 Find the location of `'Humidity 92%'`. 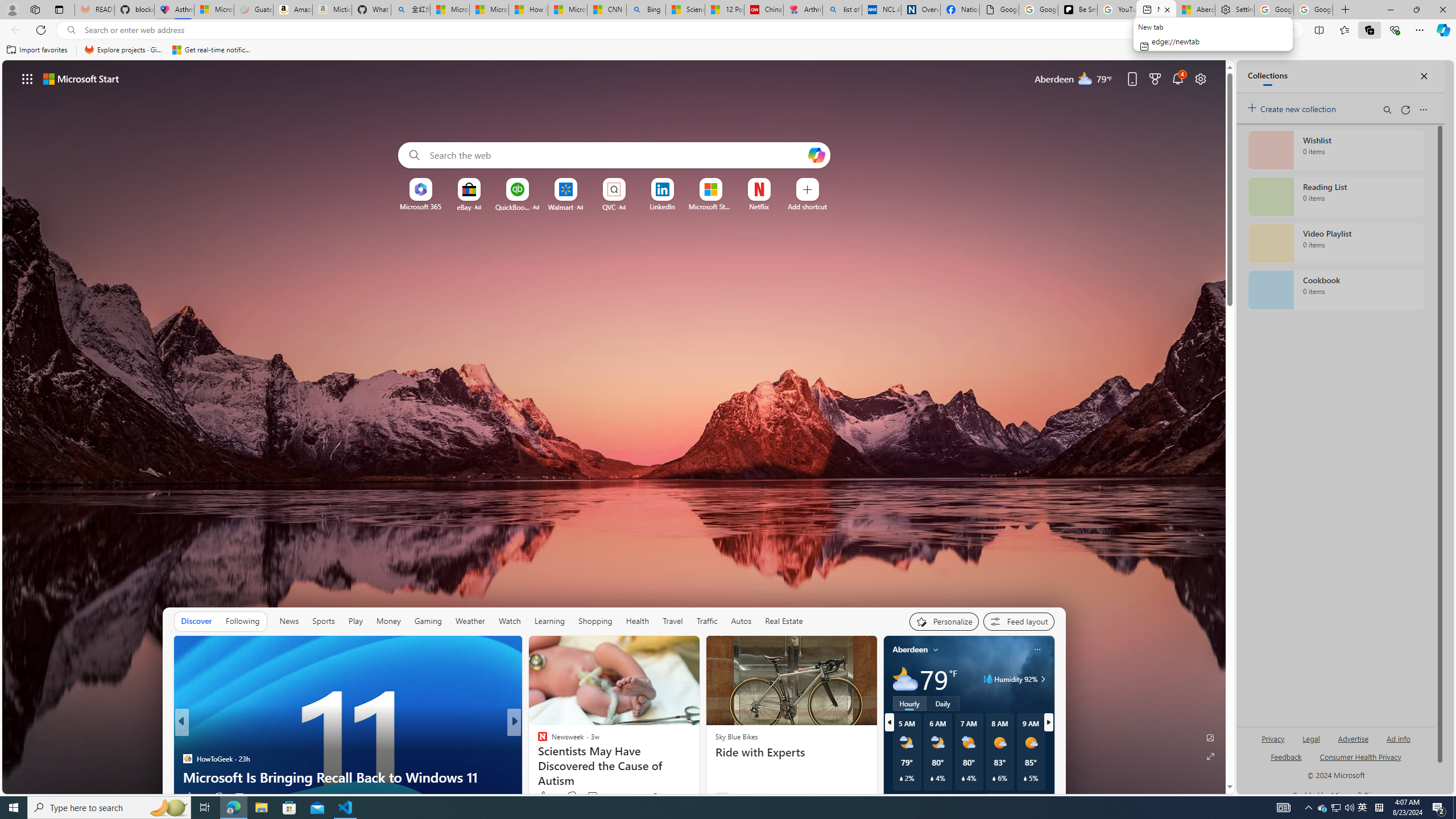

'Humidity 92%' is located at coordinates (1041, 678).